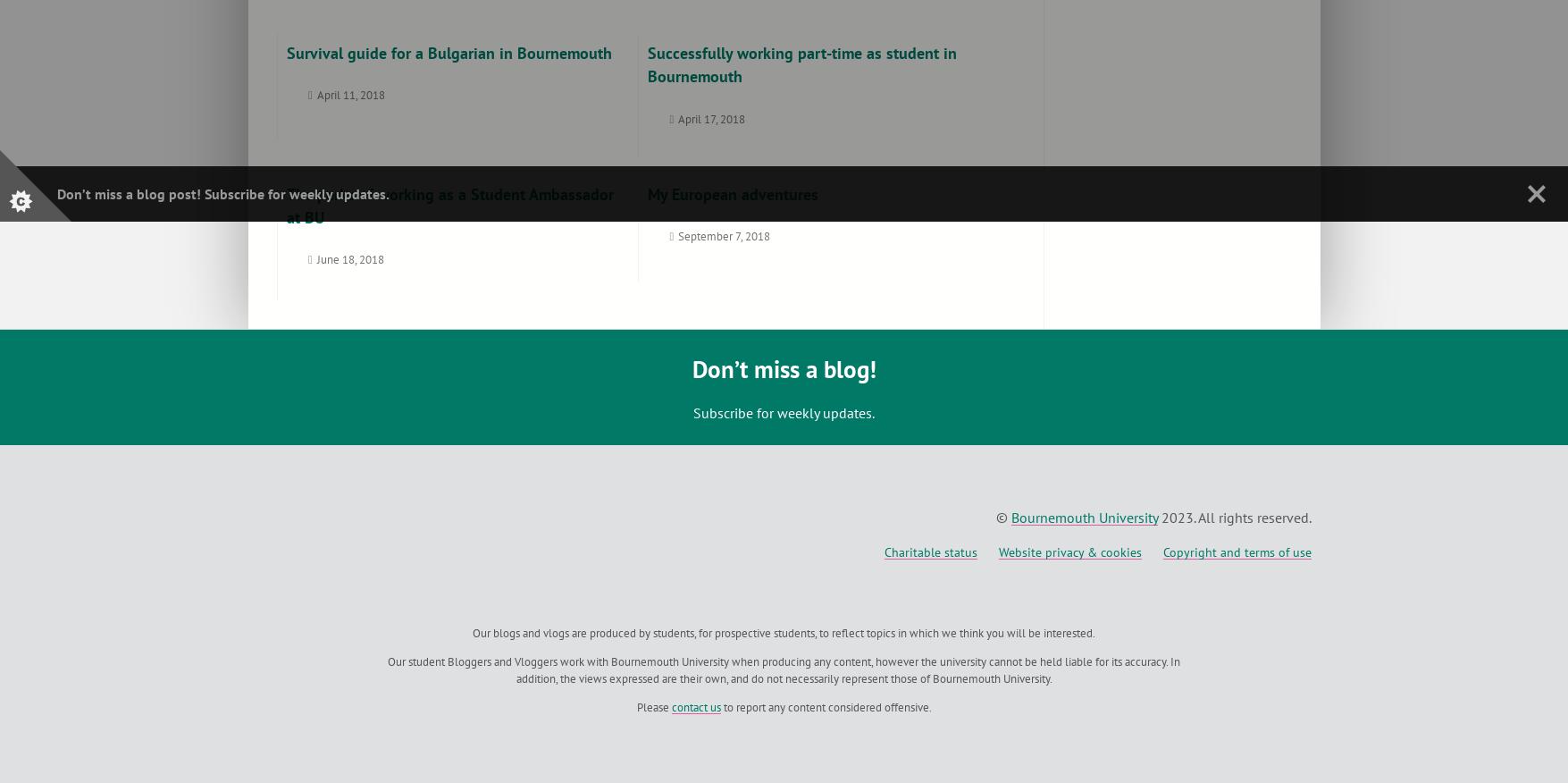  Describe the element at coordinates (130, 193) in the screenshot. I see `'Don’t miss a blog post!'` at that location.